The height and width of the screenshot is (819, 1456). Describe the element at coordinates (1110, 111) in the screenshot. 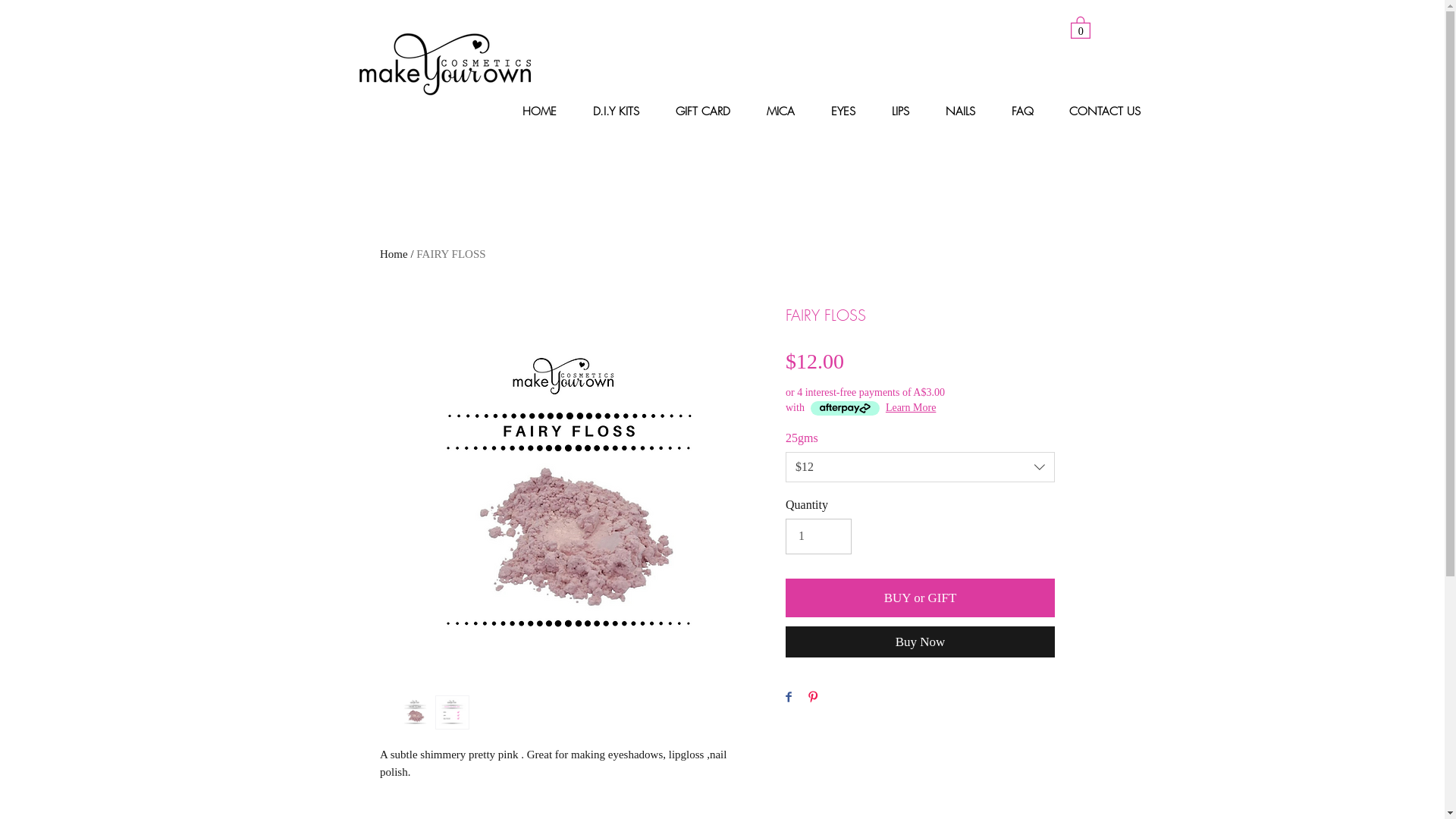

I see `'CONTACT US'` at that location.